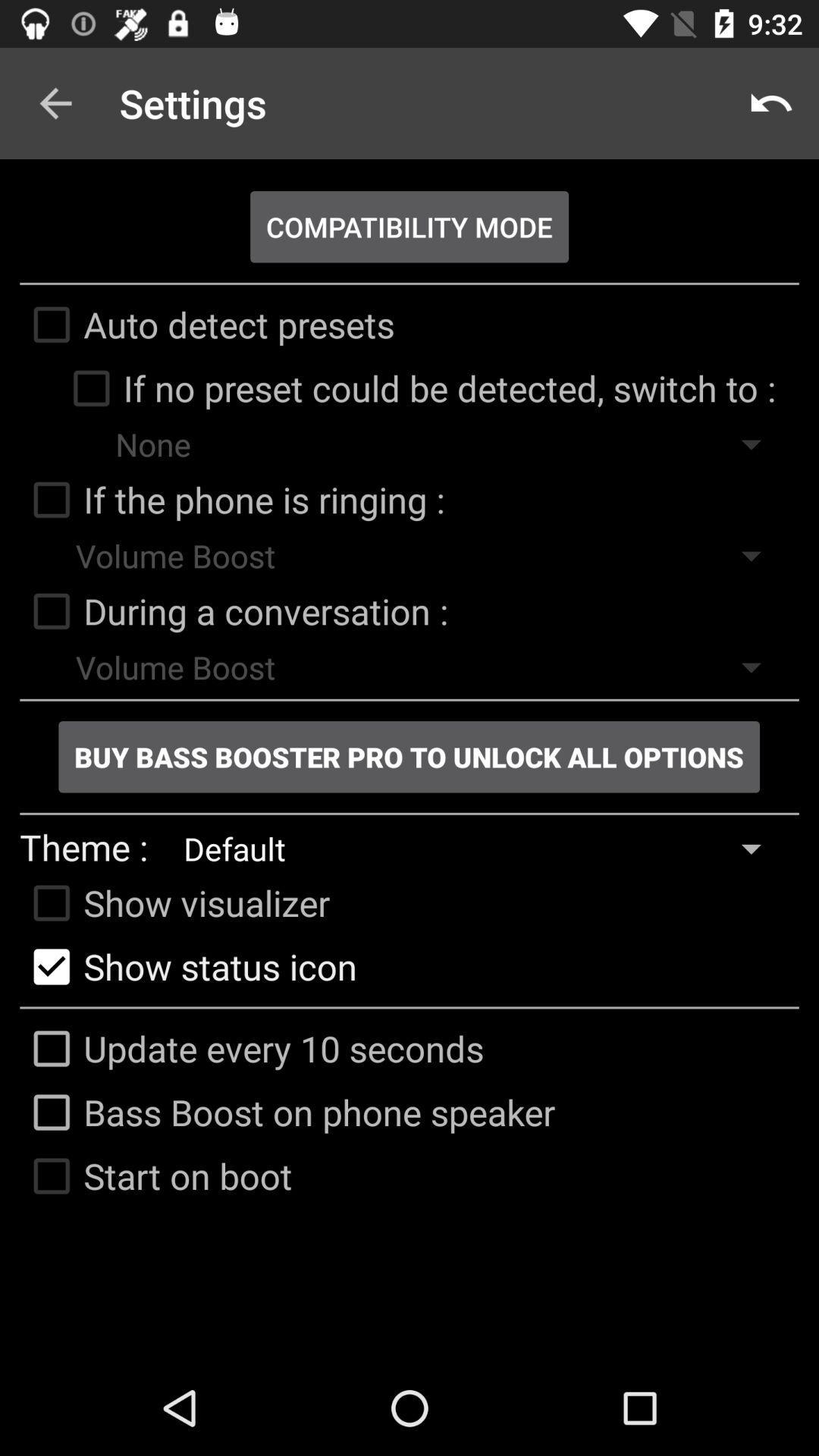 Image resolution: width=819 pixels, height=1456 pixels. I want to click on app next to the settings app, so click(771, 102).